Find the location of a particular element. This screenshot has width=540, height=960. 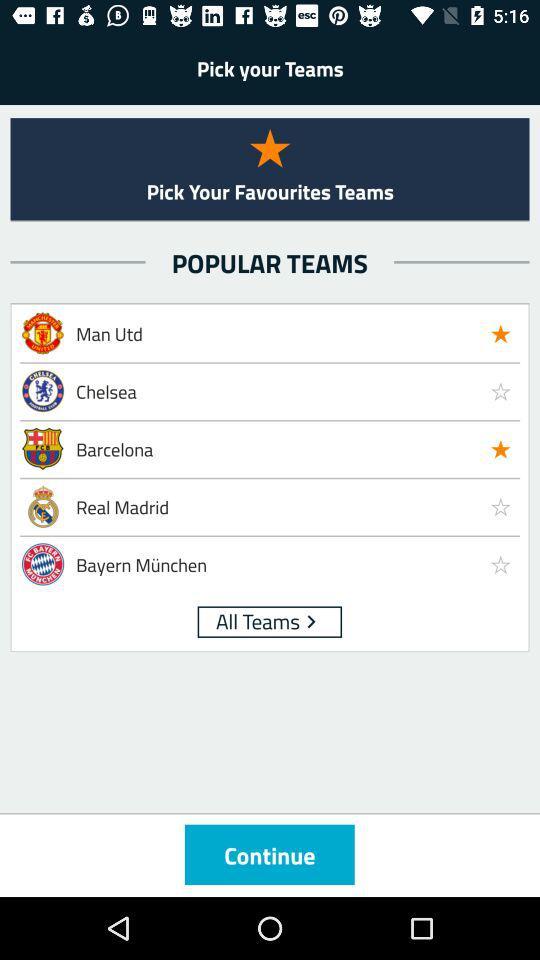

the continue is located at coordinates (269, 853).